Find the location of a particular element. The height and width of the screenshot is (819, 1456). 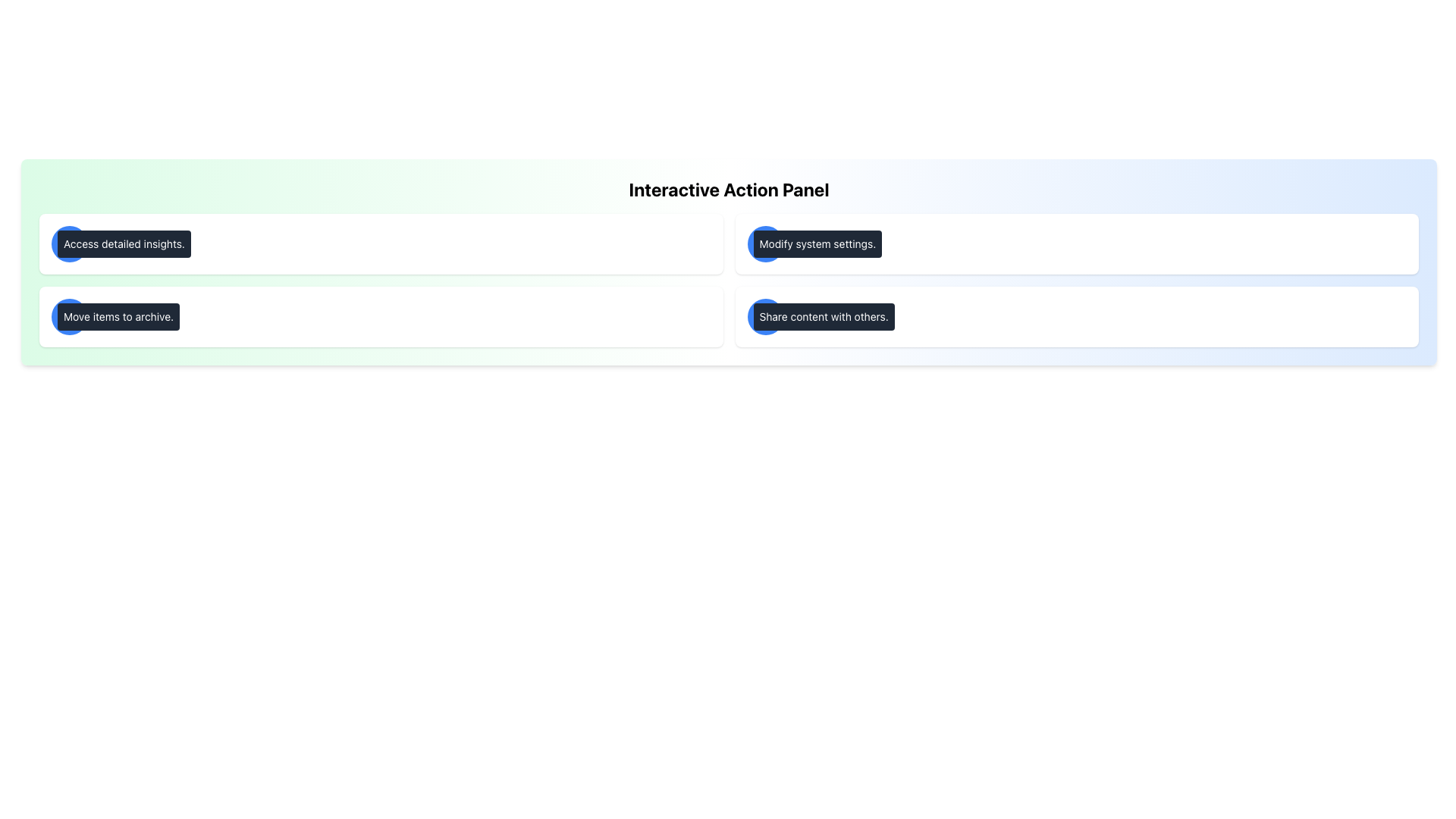

the gear-shaped icon located in the upper-right quadrant of the four action items is located at coordinates (765, 243).